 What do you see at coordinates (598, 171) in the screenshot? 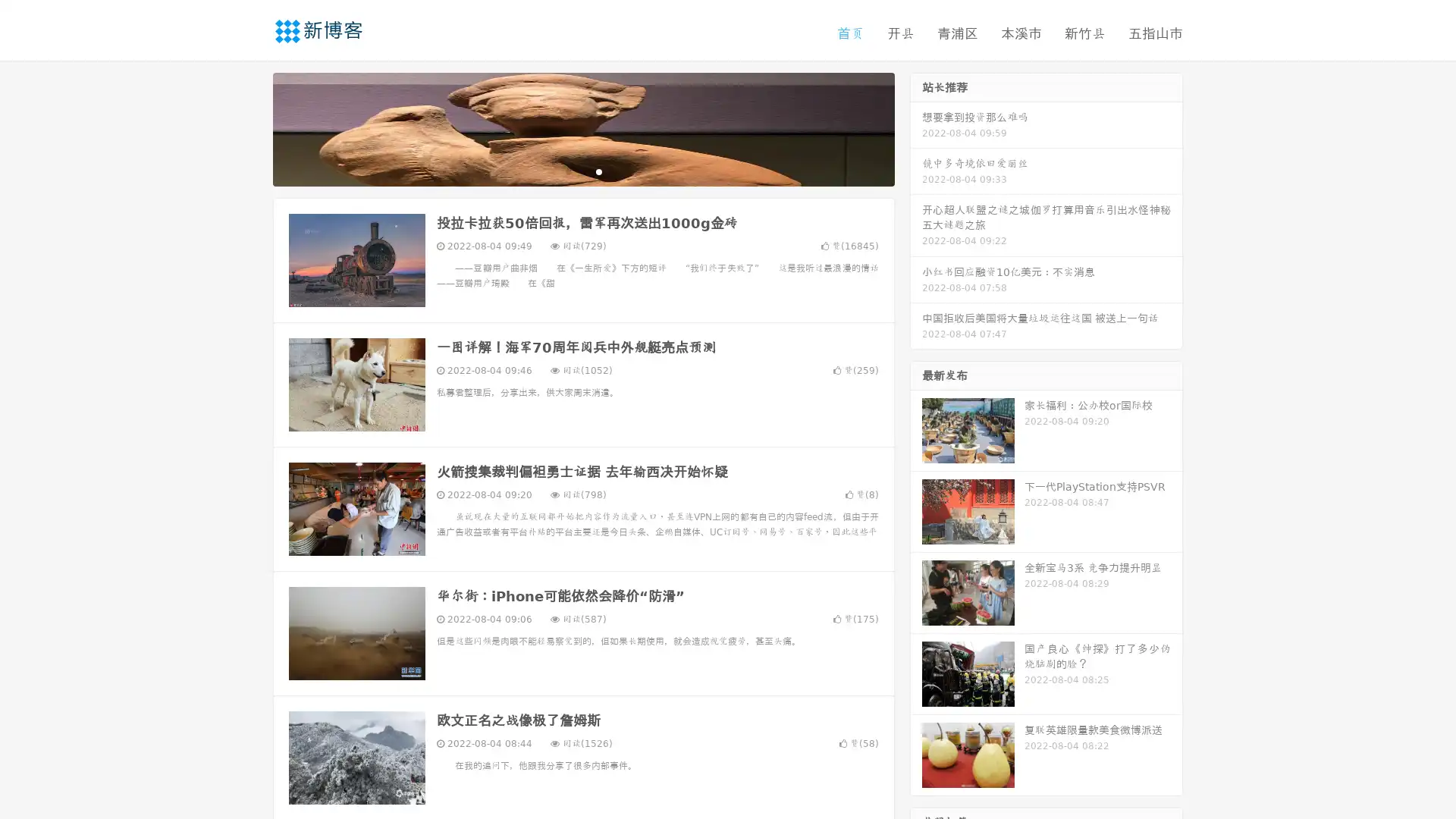
I see `Go to slide 3` at bounding box center [598, 171].